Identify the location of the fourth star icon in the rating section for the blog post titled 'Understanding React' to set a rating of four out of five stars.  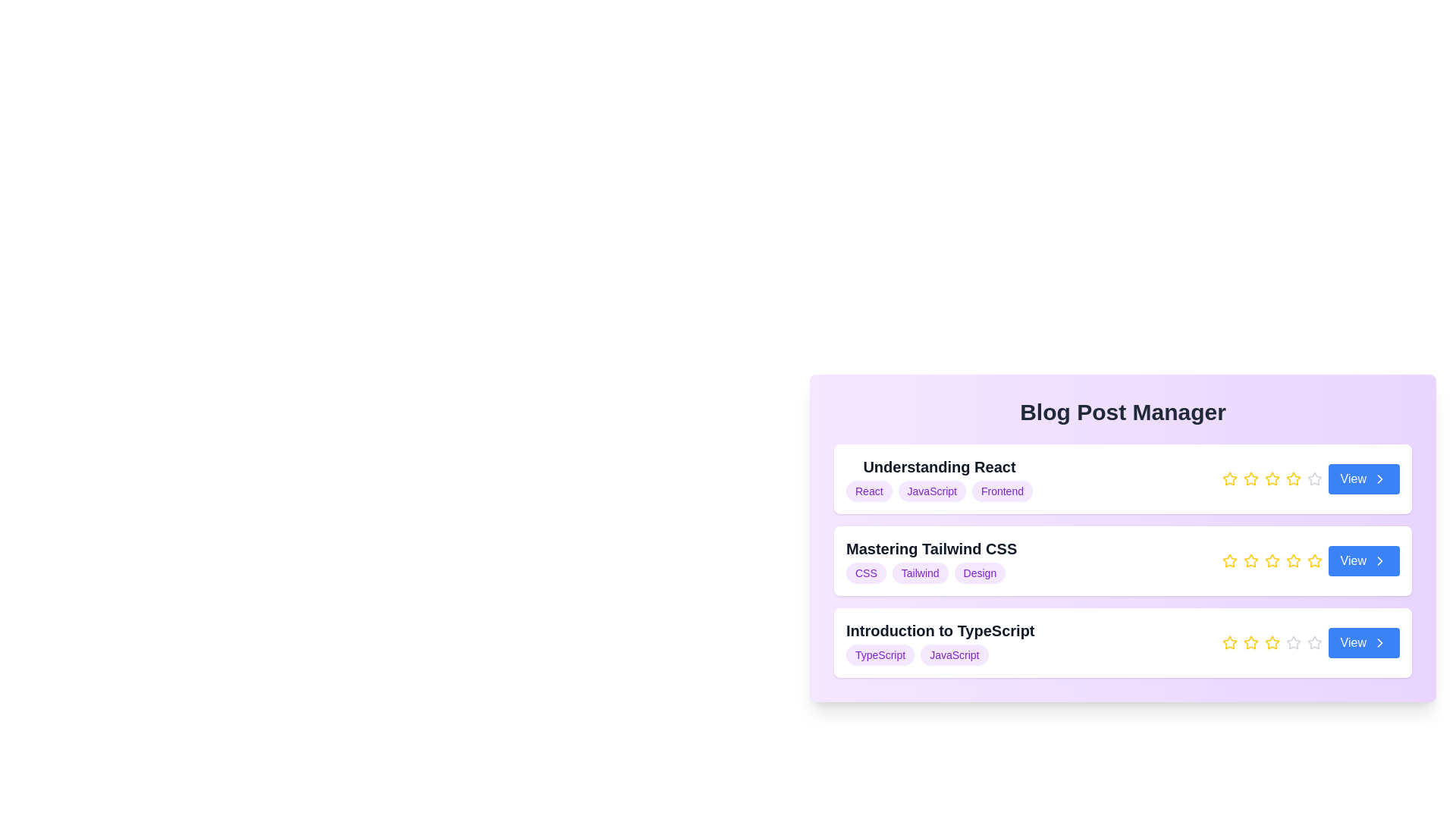
(1292, 479).